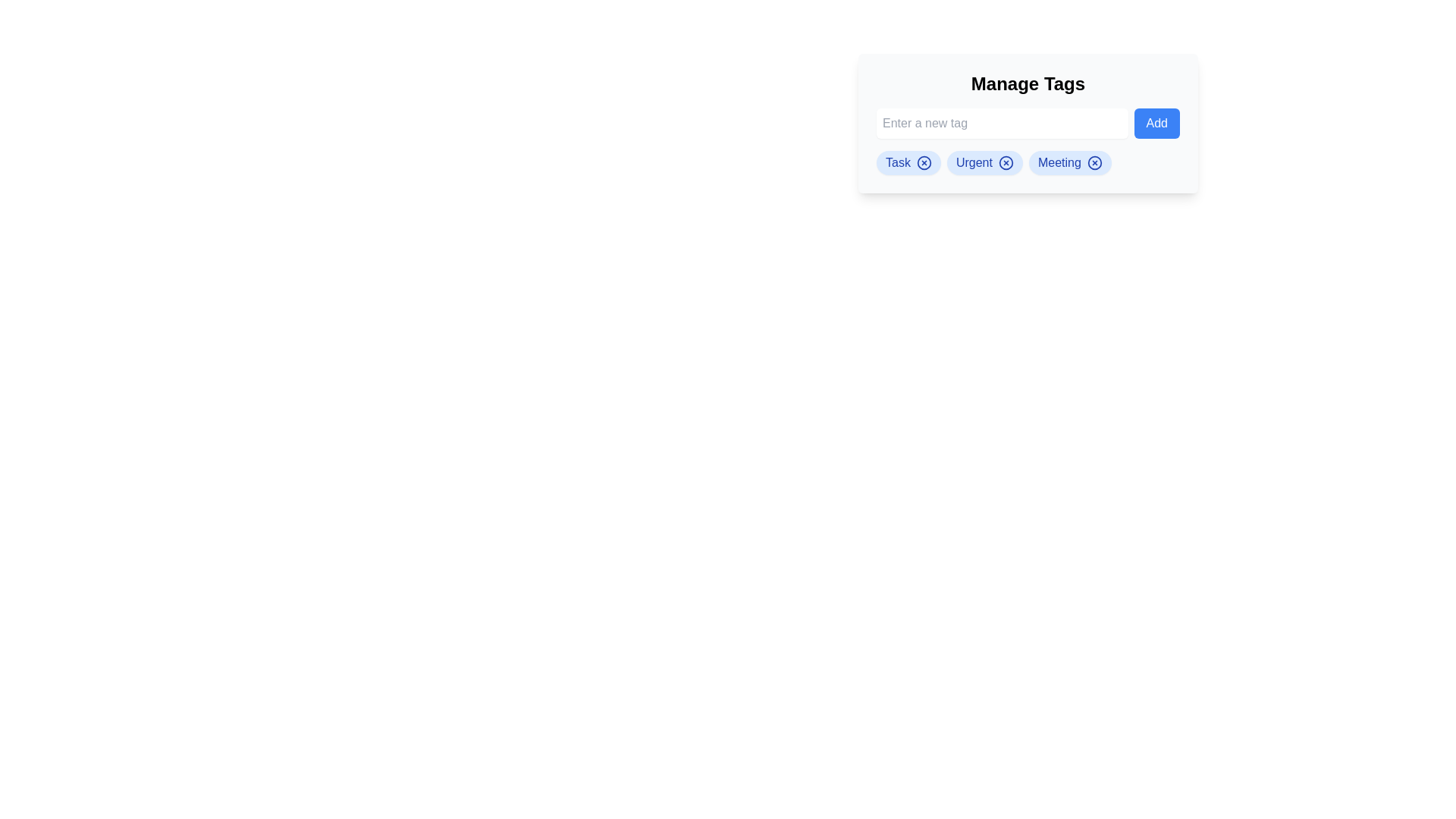  What do you see at coordinates (974, 163) in the screenshot?
I see `the text label that indicates a category or tag, which is centrally located within a rounded background tag item appearing second in a row` at bounding box center [974, 163].